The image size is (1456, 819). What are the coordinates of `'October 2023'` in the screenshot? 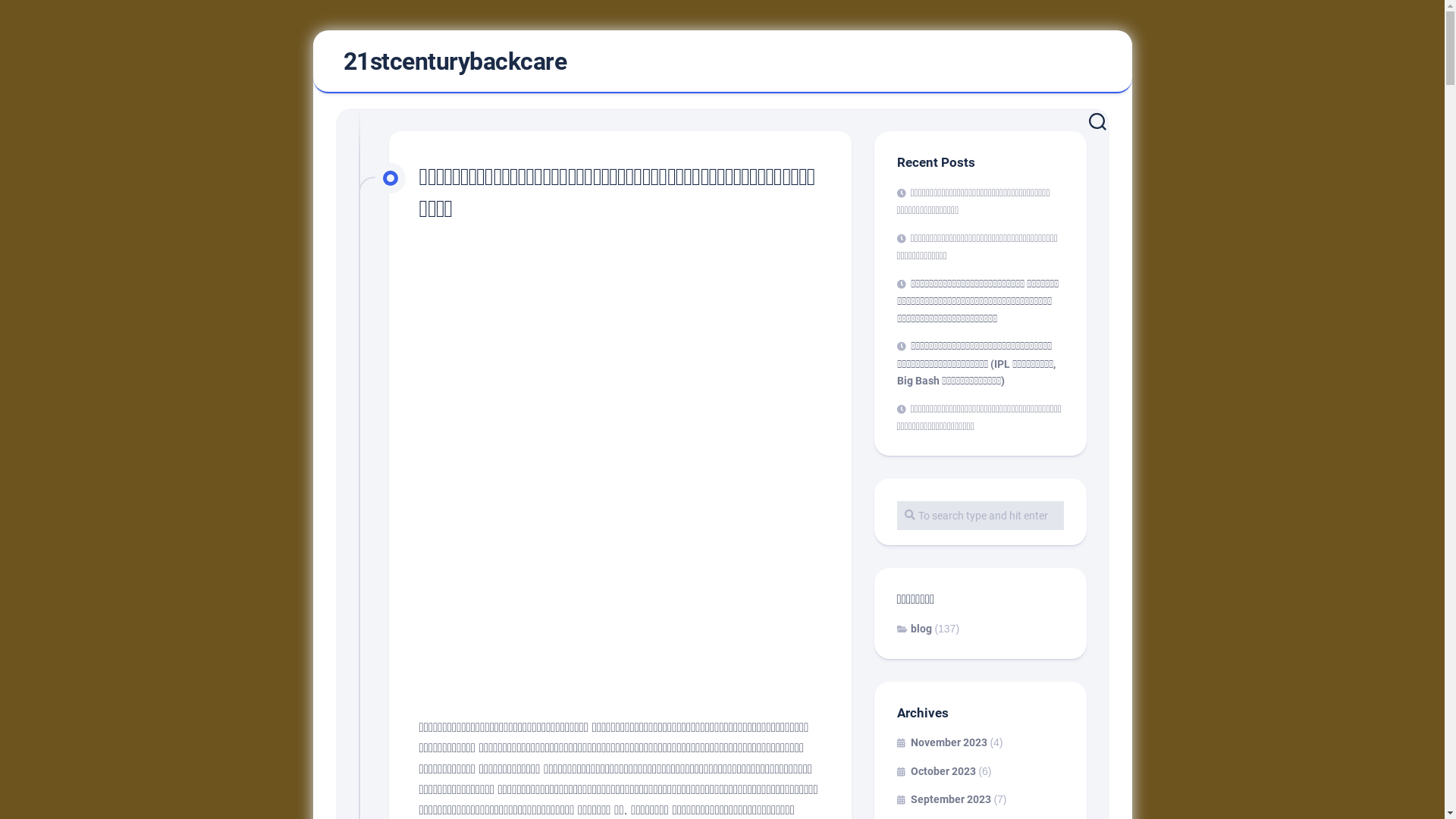 It's located at (934, 770).